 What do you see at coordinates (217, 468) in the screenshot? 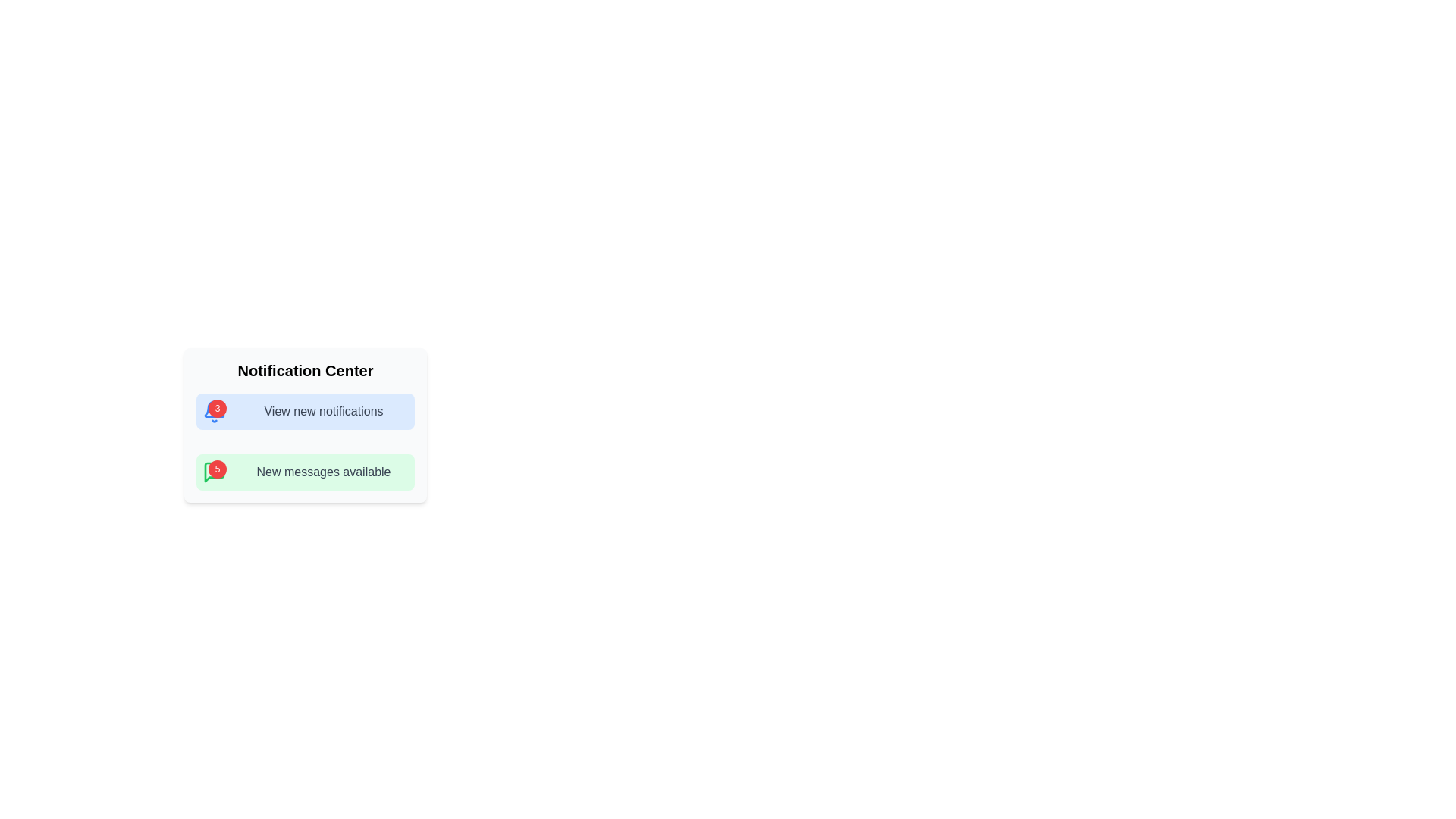
I see `the Notification Badge that indicates the number of new messages or notifications, positioned in the top-right corner relative to the green notification icon` at bounding box center [217, 468].